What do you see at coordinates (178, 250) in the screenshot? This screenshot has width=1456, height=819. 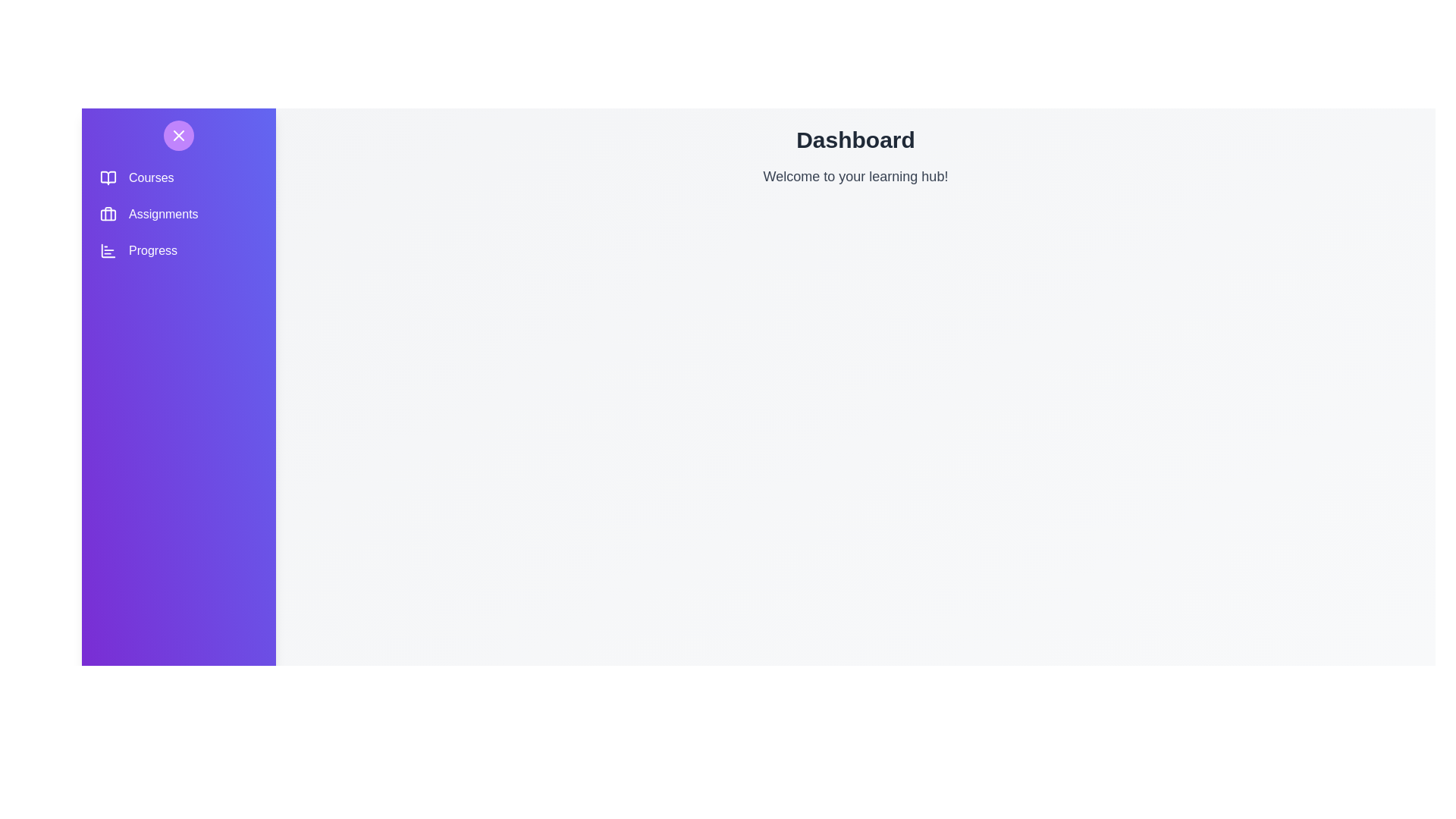 I see `the navigation option Progress to navigate to the corresponding section` at bounding box center [178, 250].